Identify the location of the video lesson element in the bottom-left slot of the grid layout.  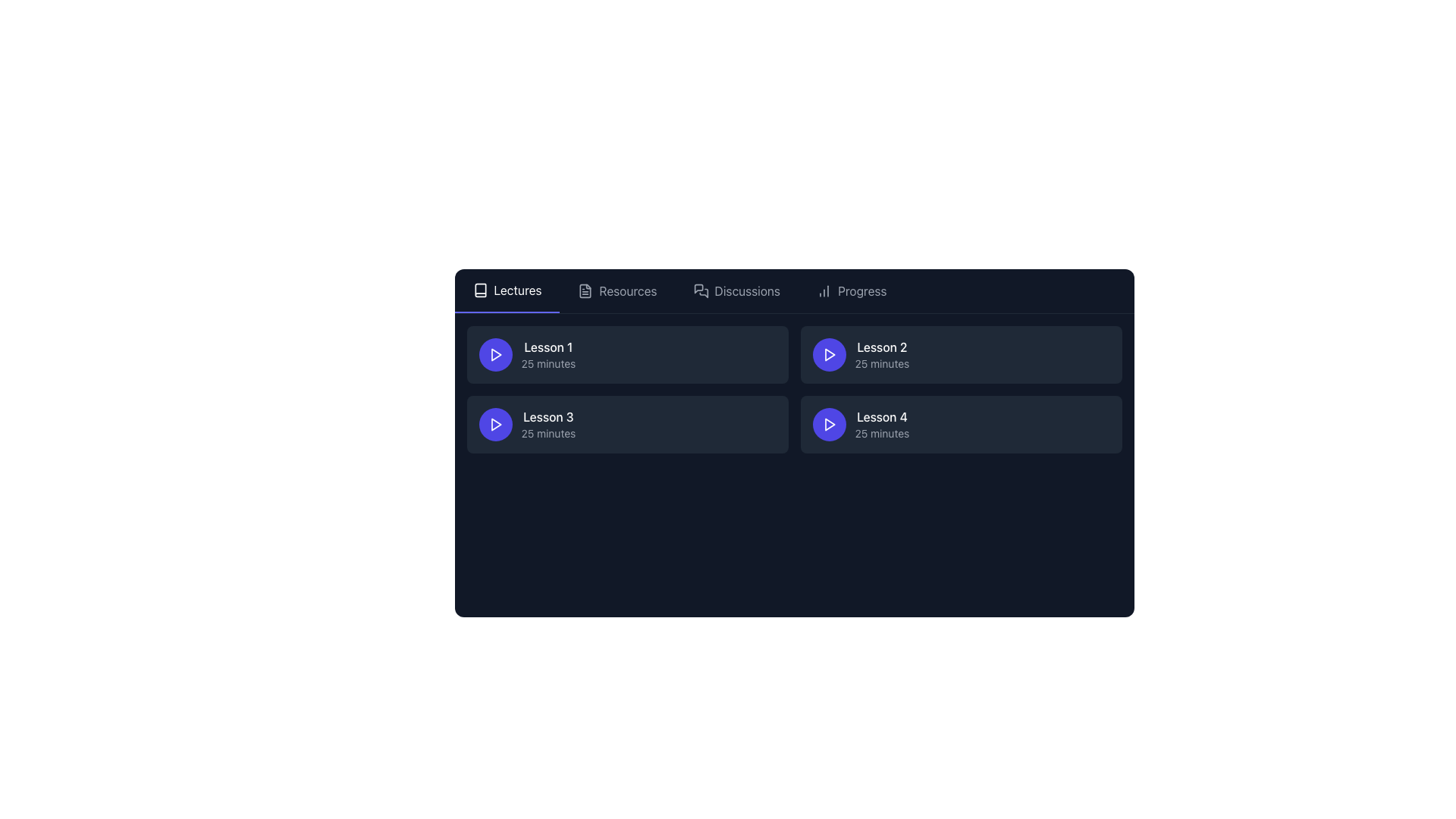
(627, 424).